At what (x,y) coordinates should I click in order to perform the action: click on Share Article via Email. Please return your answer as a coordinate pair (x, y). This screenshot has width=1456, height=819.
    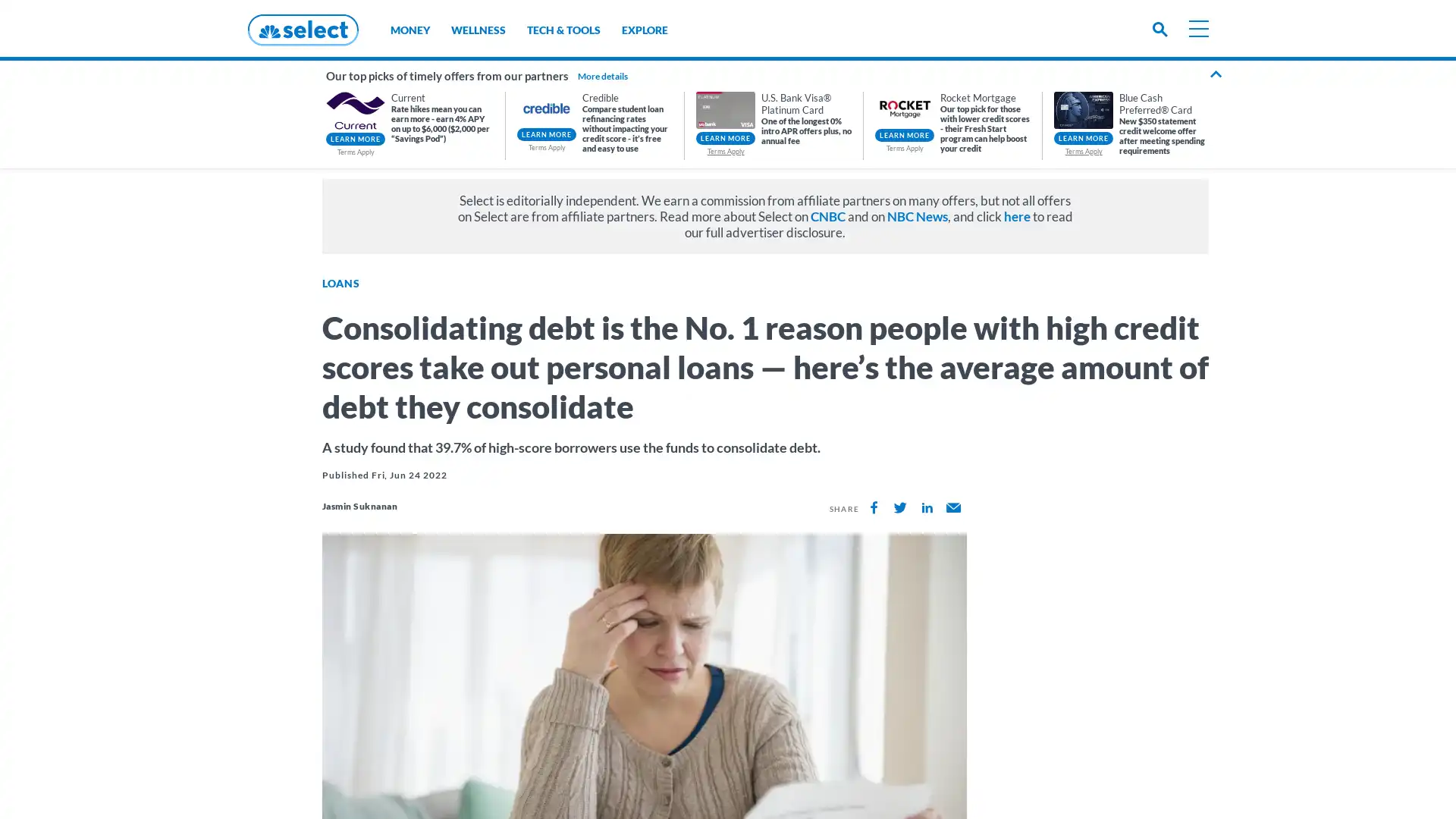
    Looking at the image, I should click on (952, 507).